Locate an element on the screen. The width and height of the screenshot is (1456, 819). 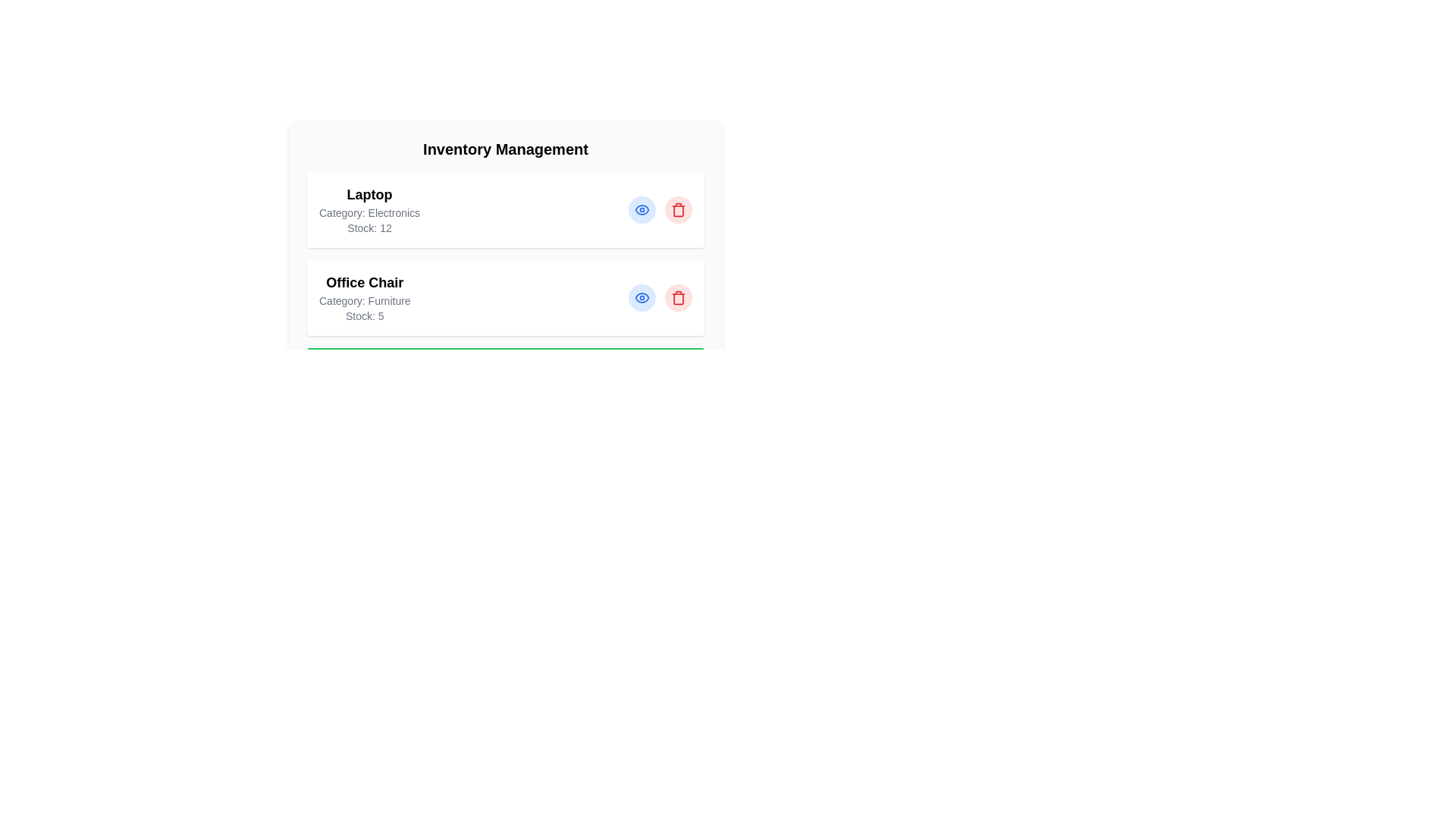
the text Office Chair within the component is located at coordinates (365, 283).